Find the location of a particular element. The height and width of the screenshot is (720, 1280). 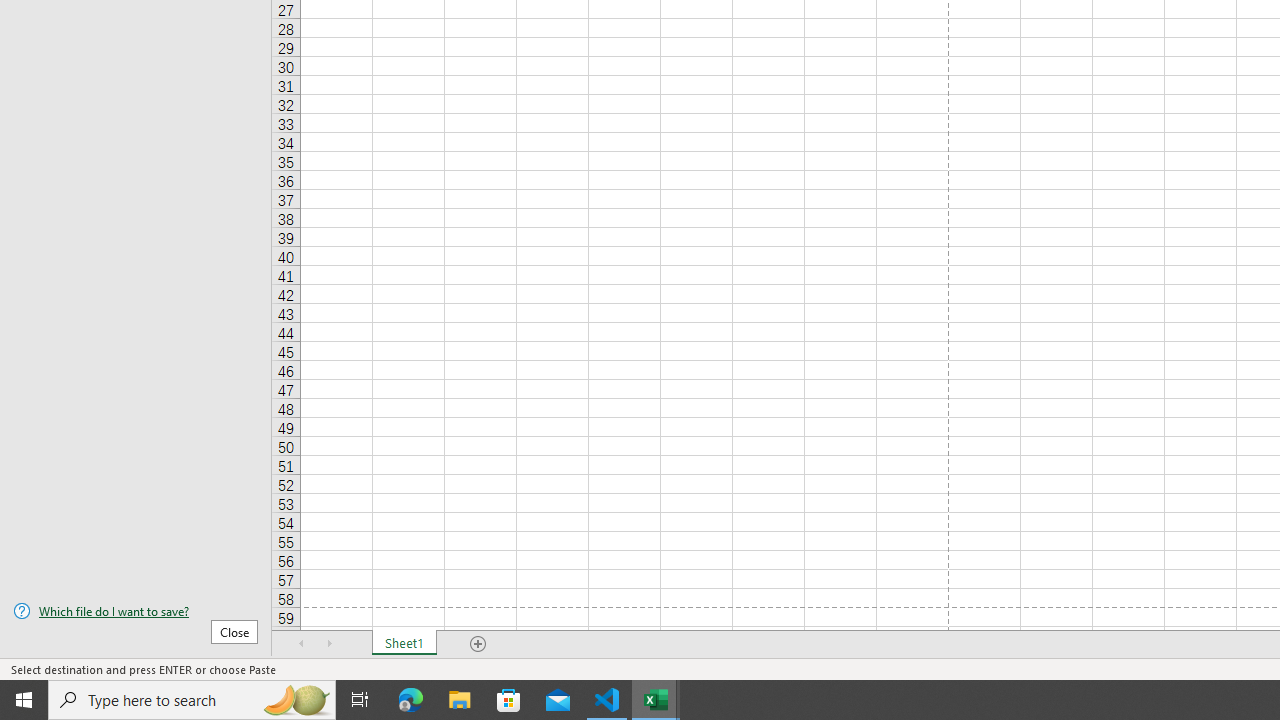

'Visual Studio Code - 1 running window' is located at coordinates (606, 698).